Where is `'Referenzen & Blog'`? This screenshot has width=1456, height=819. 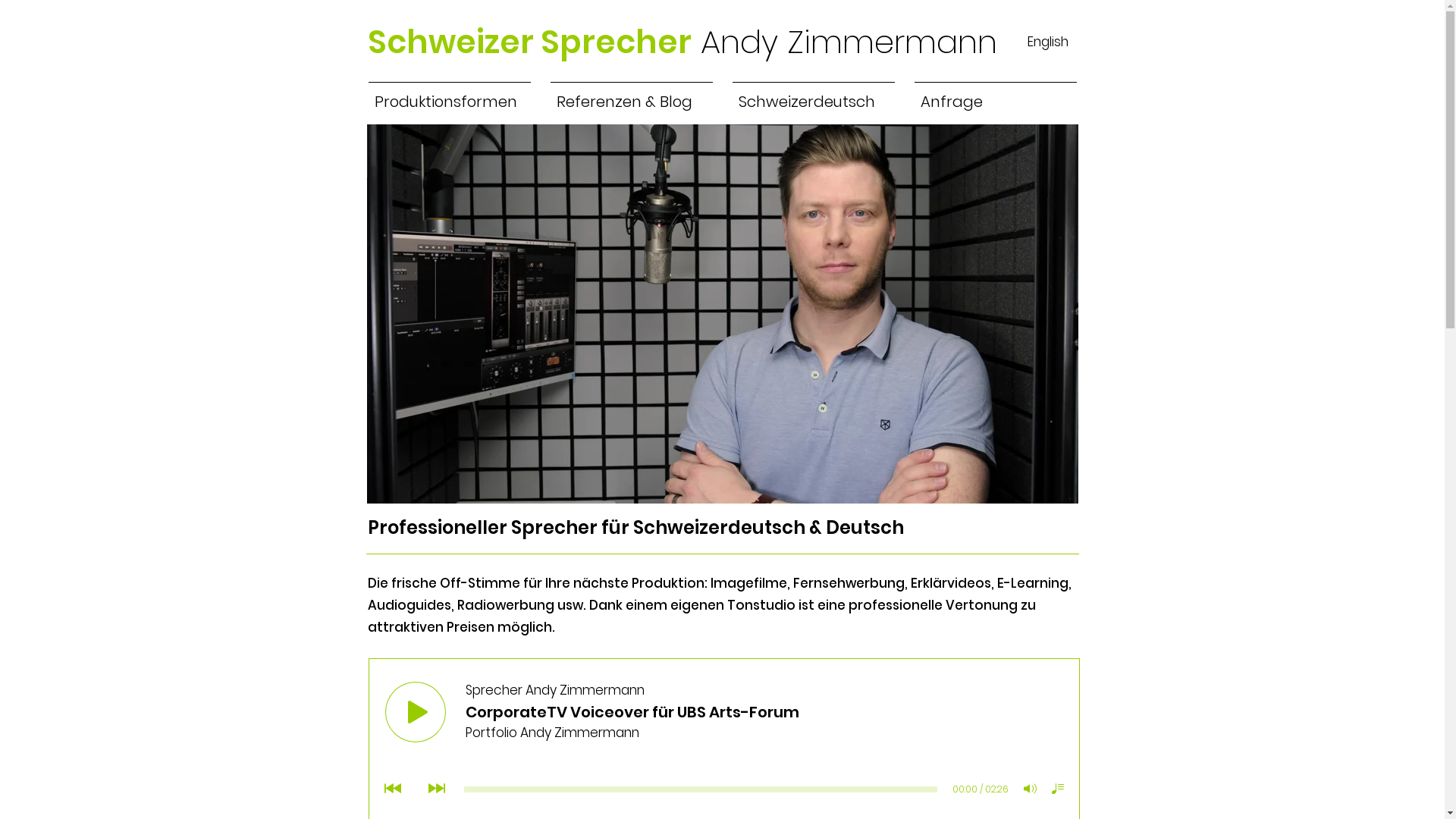
'Referenzen & Blog' is located at coordinates (630, 94).